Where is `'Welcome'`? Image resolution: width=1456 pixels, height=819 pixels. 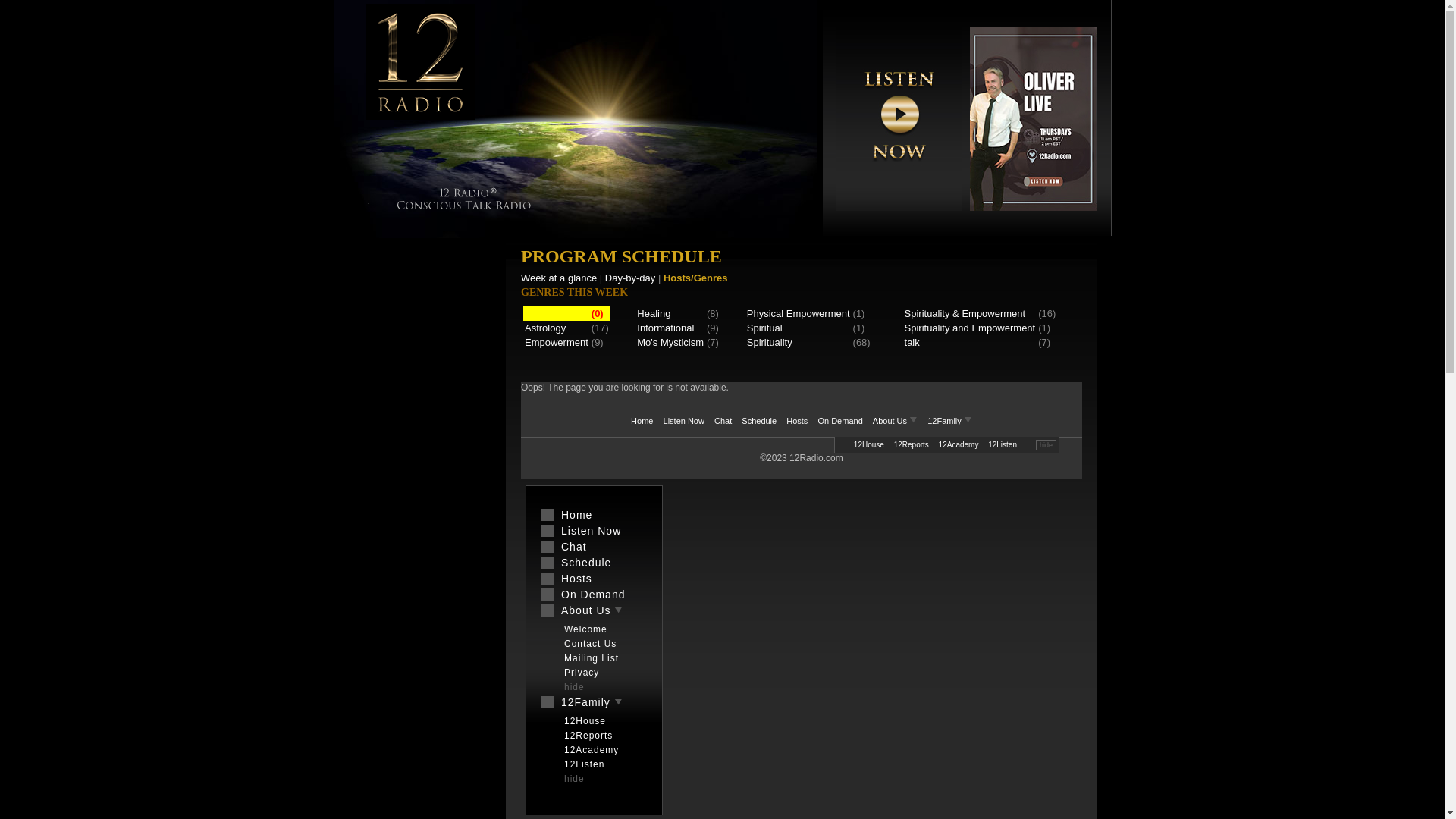 'Welcome' is located at coordinates (601, 629).